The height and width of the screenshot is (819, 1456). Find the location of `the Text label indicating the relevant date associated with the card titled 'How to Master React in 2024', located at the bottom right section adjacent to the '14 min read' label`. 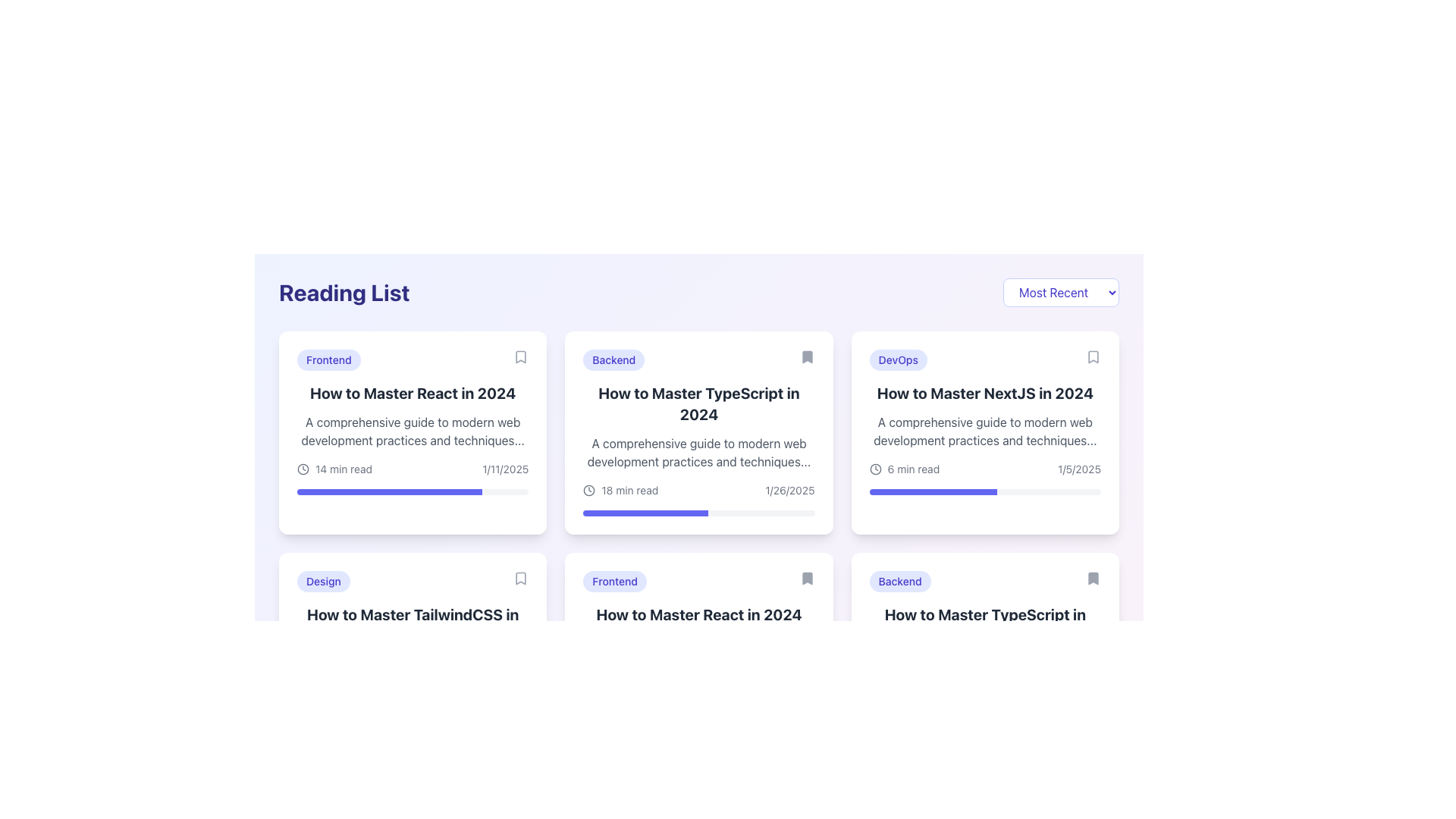

the Text label indicating the relevant date associated with the card titled 'How to Master React in 2024', located at the bottom right section adjacent to the '14 min read' label is located at coordinates (505, 468).